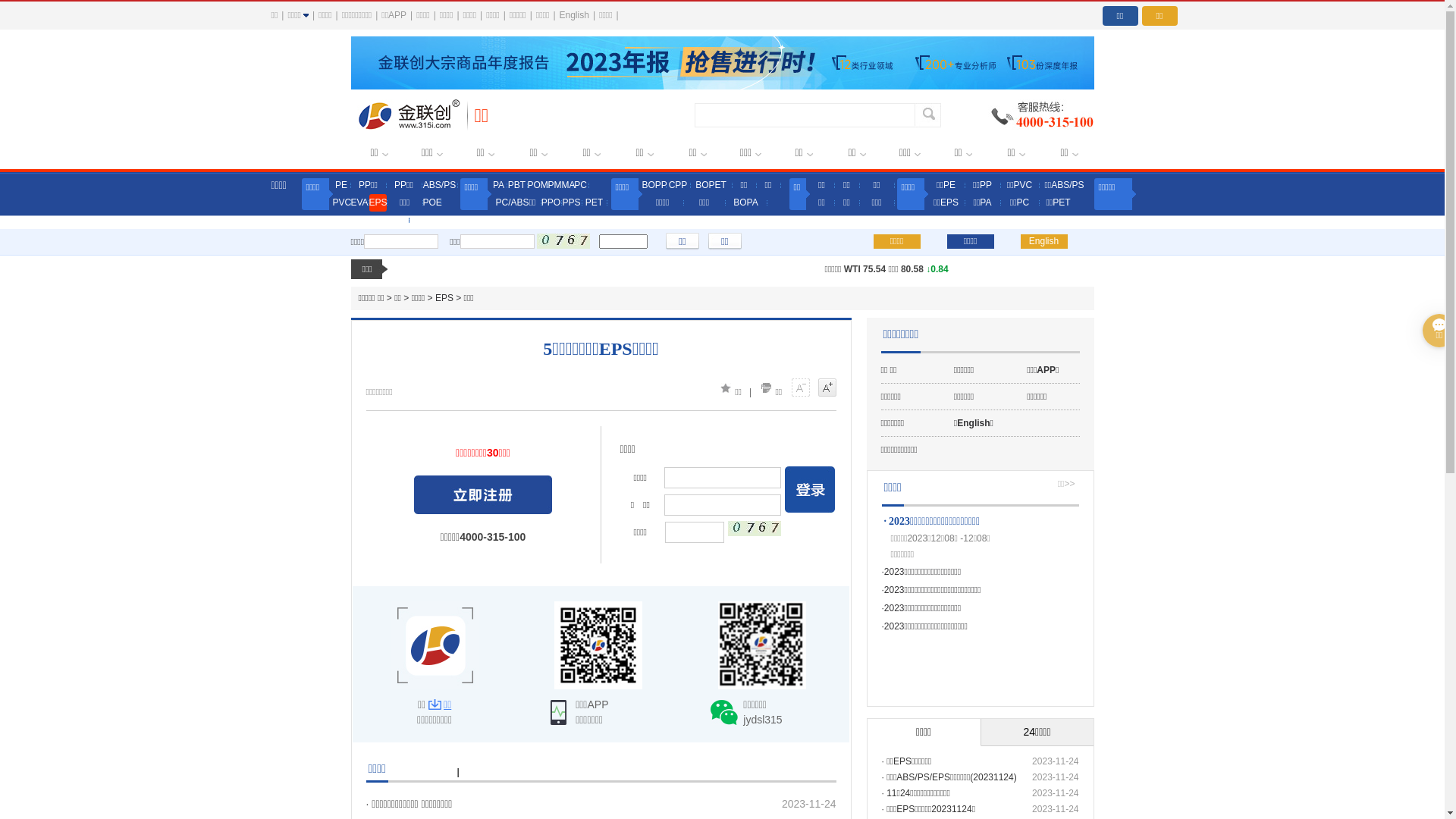 The height and width of the screenshot is (819, 1456). Describe the element at coordinates (709, 184) in the screenshot. I see `'BOPET'` at that location.